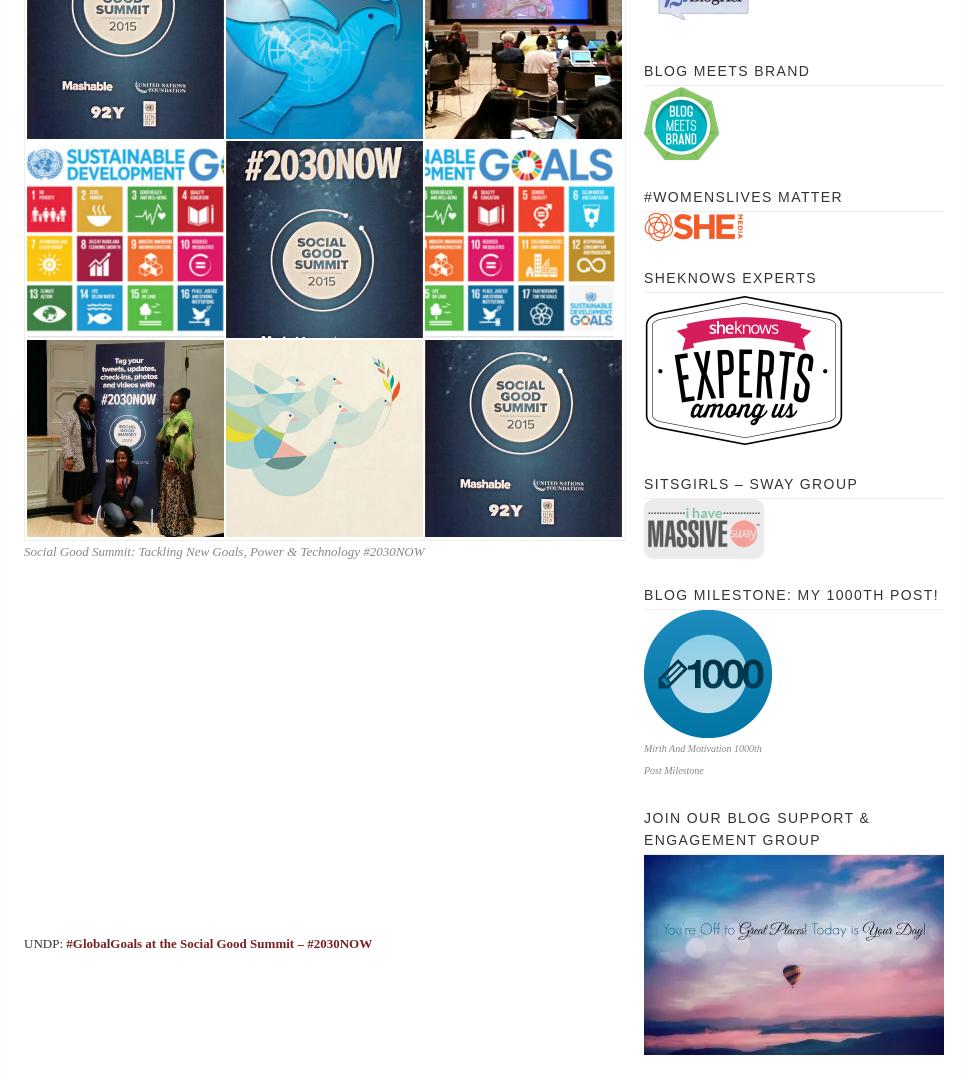  What do you see at coordinates (756, 828) in the screenshot?
I see `'Join Our Blog Support & Engagement Group'` at bounding box center [756, 828].